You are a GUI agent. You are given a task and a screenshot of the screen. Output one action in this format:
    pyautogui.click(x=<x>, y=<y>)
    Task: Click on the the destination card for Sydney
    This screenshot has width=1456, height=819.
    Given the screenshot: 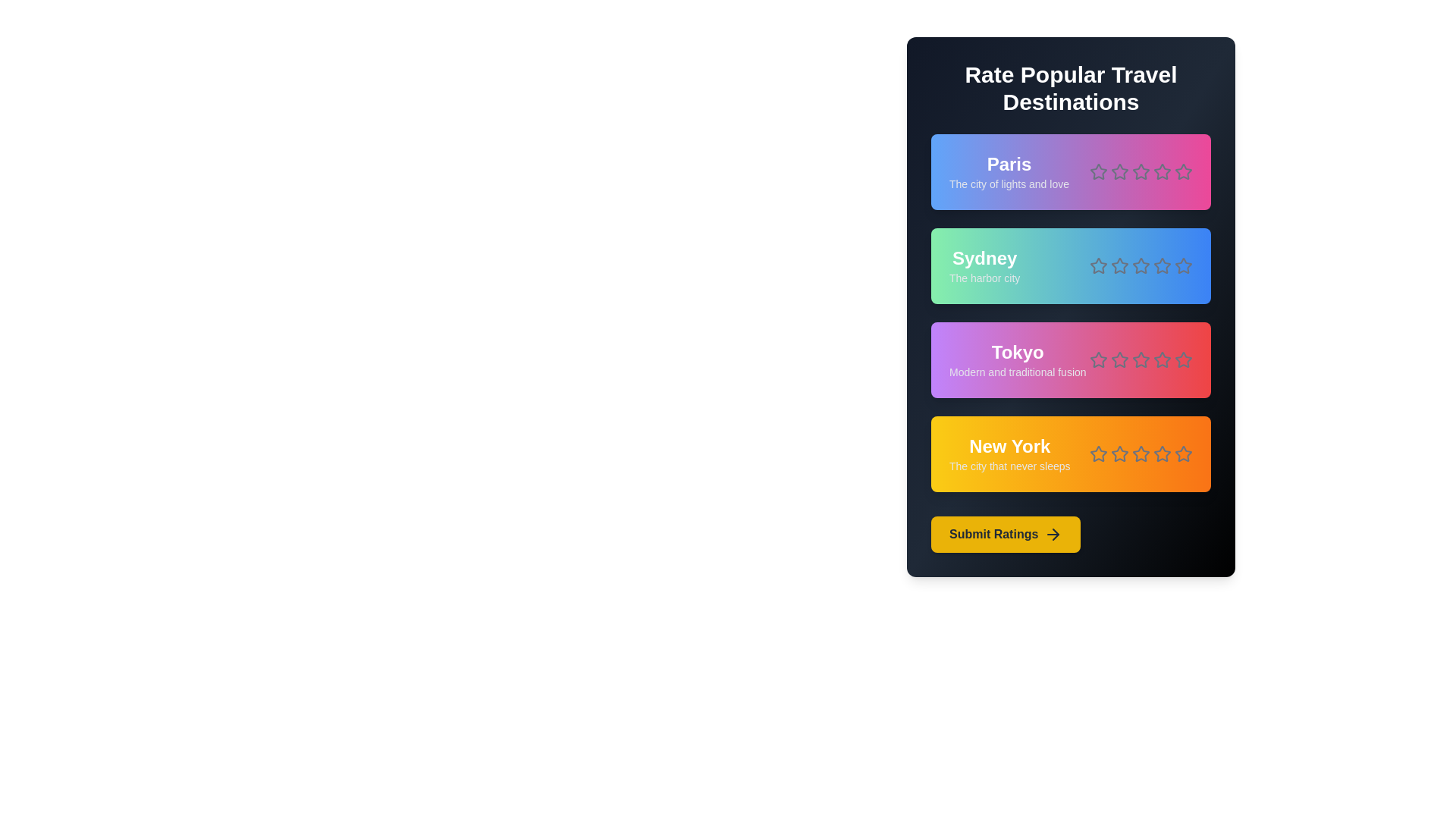 What is the action you would take?
    pyautogui.click(x=1070, y=265)
    